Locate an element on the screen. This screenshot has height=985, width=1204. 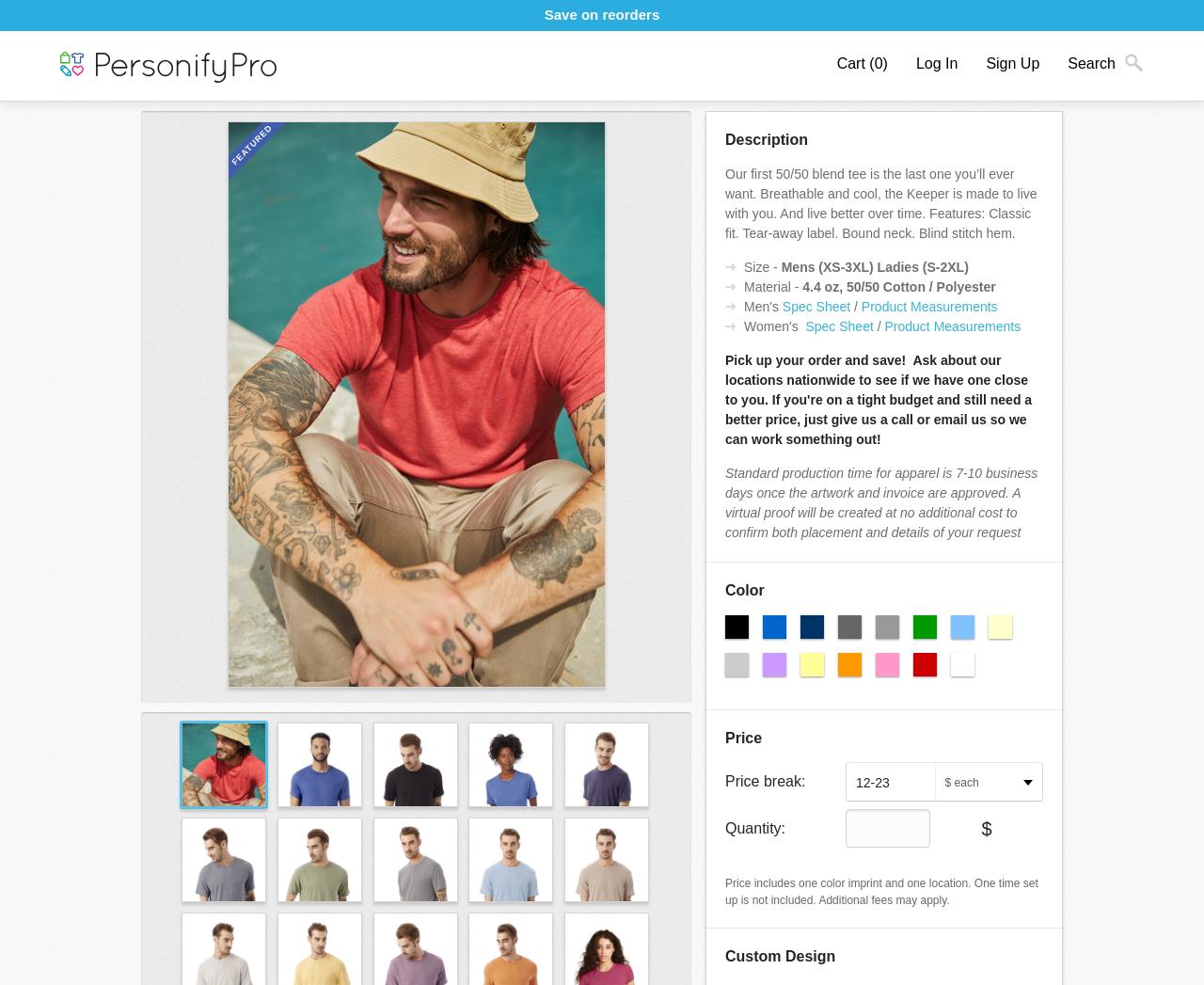
'Mens (XS-3XL) Ladies (S-2XL)' is located at coordinates (780, 266).